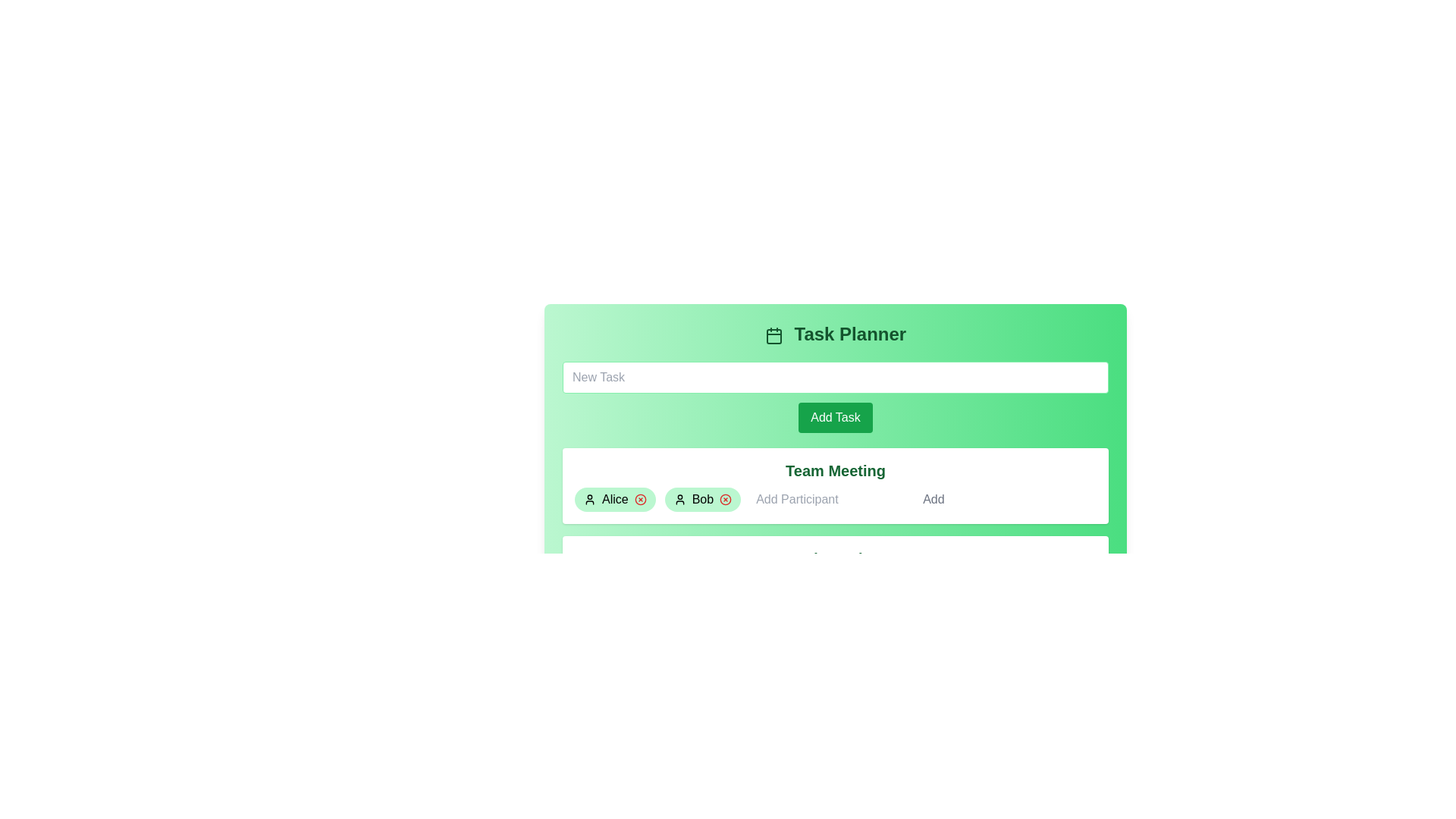 The image size is (1456, 819). Describe the element at coordinates (835, 470) in the screenshot. I see `the 'Team Meeting' text header, which is styled in bold green font and located within a white rounded rectangle, positioned below the 'Task Planner' header` at that location.